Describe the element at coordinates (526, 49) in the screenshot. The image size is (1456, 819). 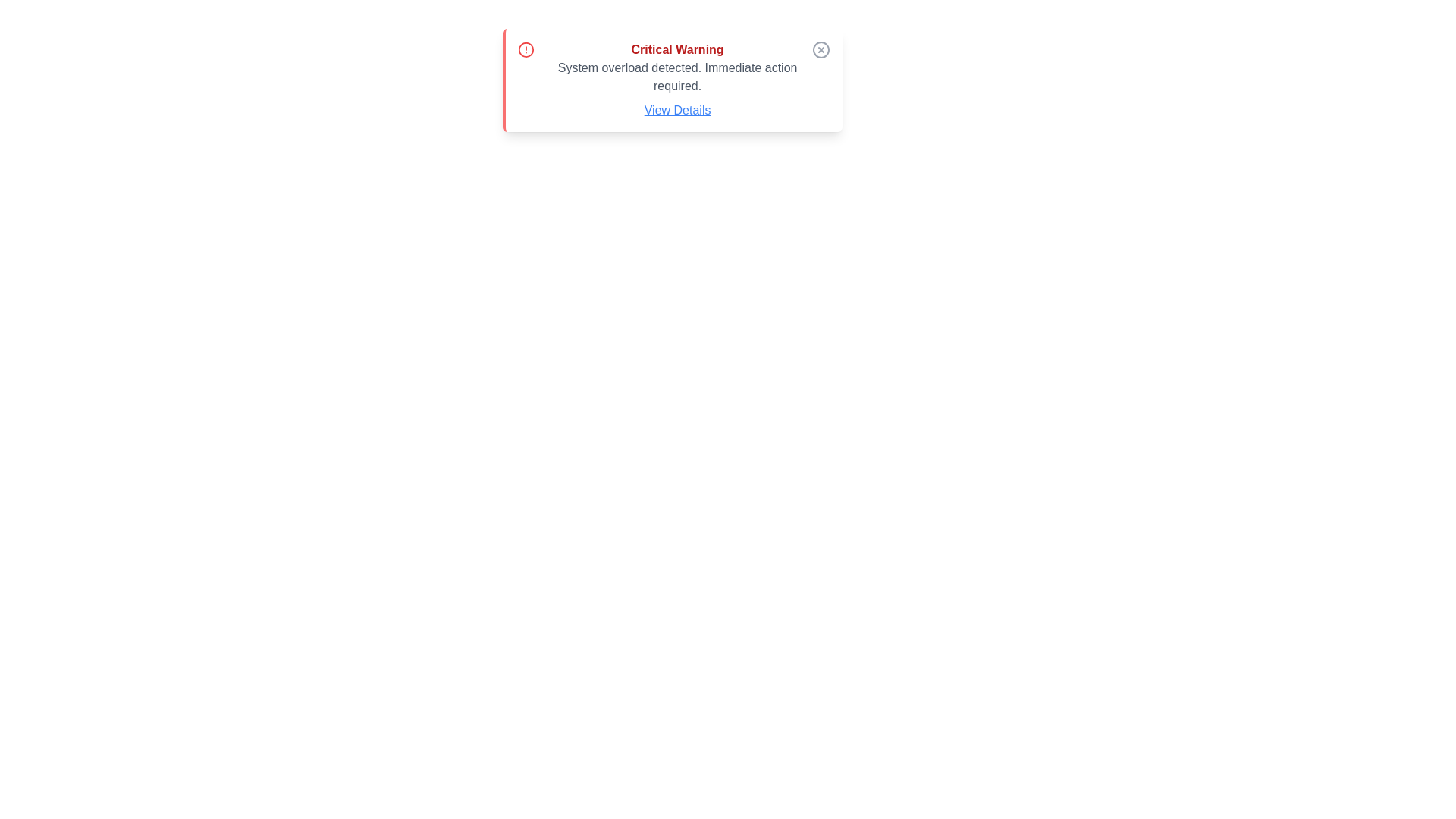
I see `the graphic circle, which is part of a warning icon located to the left of the warning message box, indicating an alert or critical status` at that location.